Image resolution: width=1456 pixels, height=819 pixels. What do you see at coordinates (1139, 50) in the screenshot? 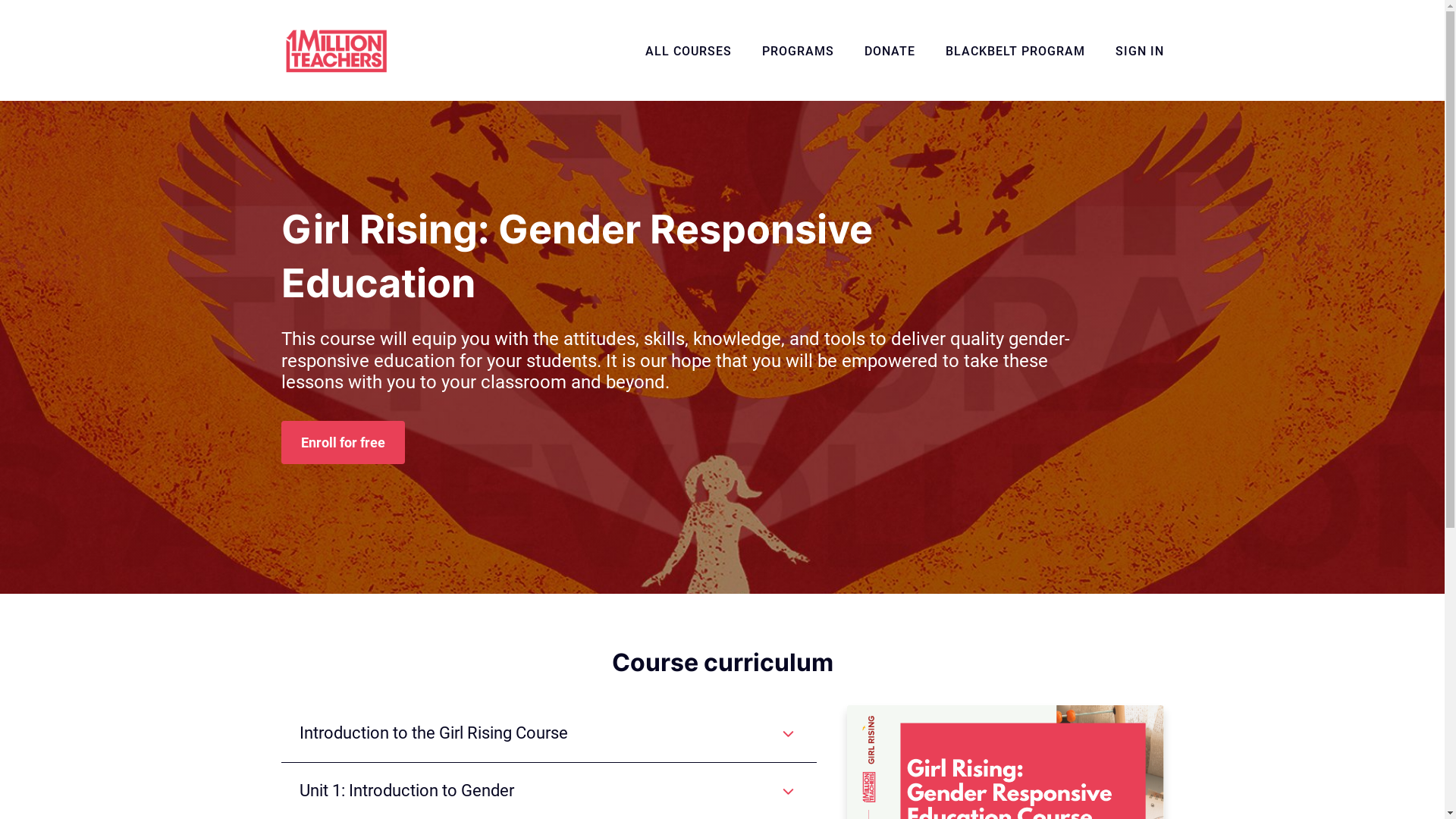
I see `'SIGN IN'` at bounding box center [1139, 50].